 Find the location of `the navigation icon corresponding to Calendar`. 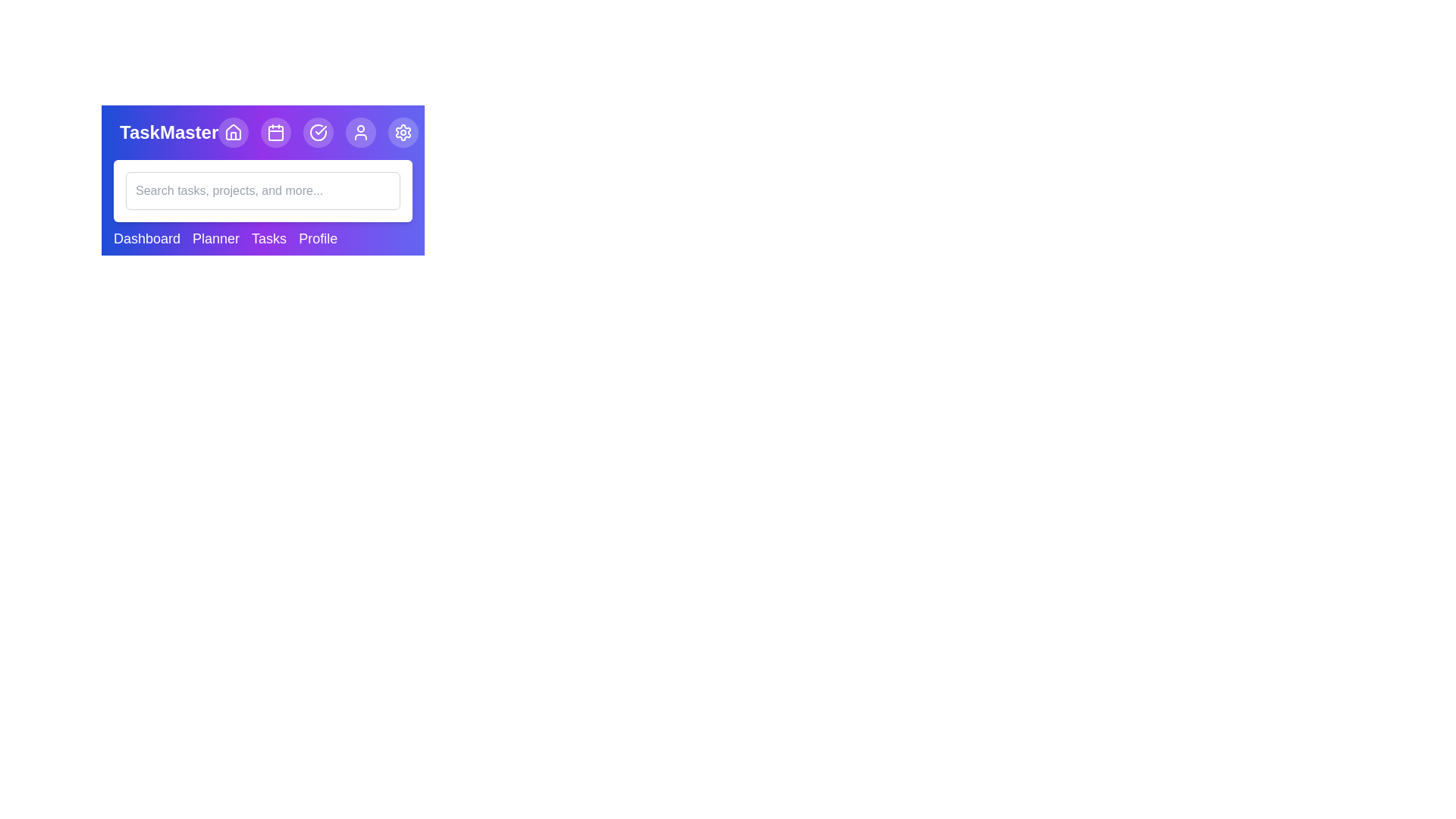

the navigation icon corresponding to Calendar is located at coordinates (276, 131).